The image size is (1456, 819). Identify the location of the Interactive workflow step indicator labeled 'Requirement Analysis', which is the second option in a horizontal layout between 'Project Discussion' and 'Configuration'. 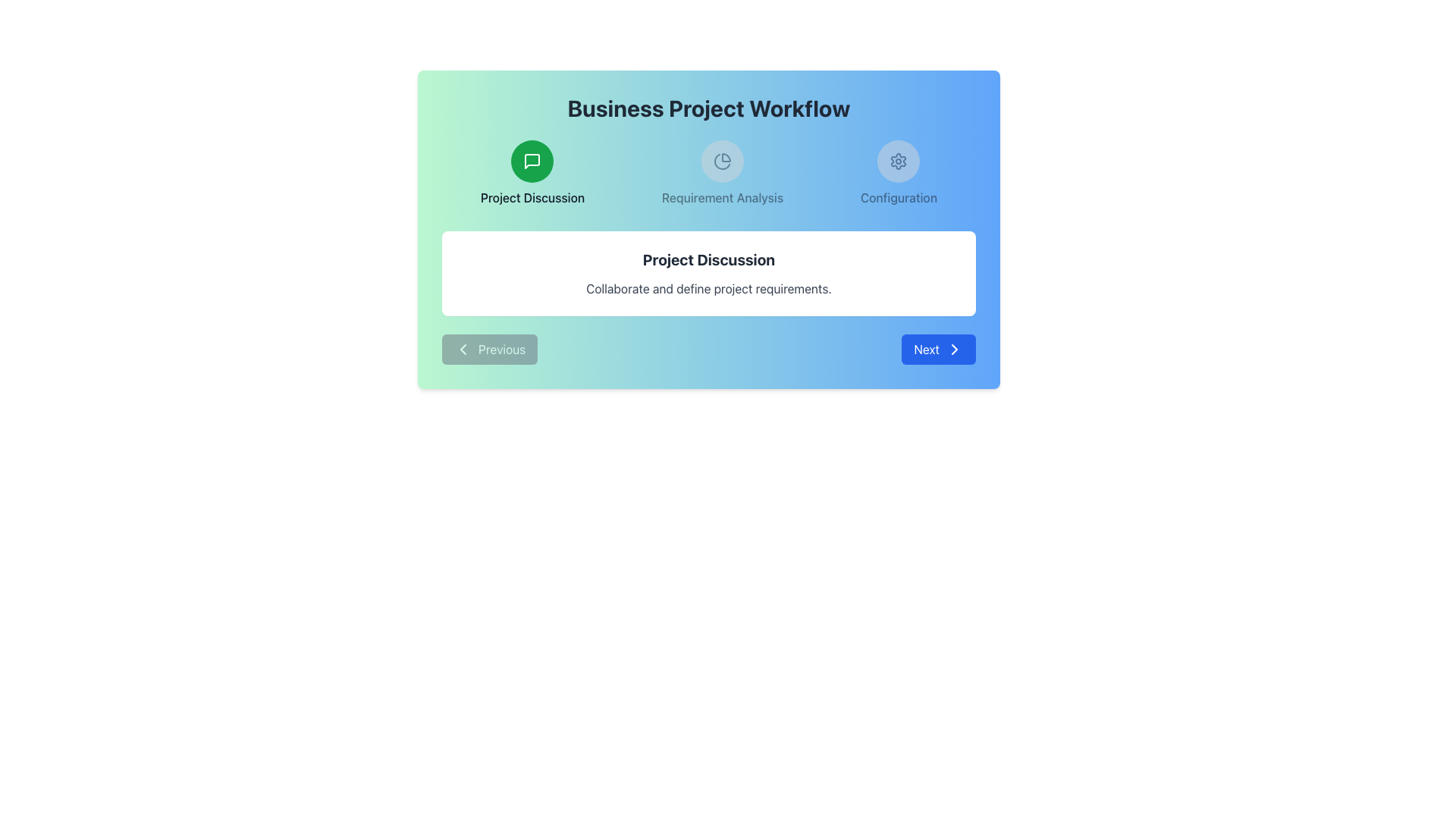
(721, 172).